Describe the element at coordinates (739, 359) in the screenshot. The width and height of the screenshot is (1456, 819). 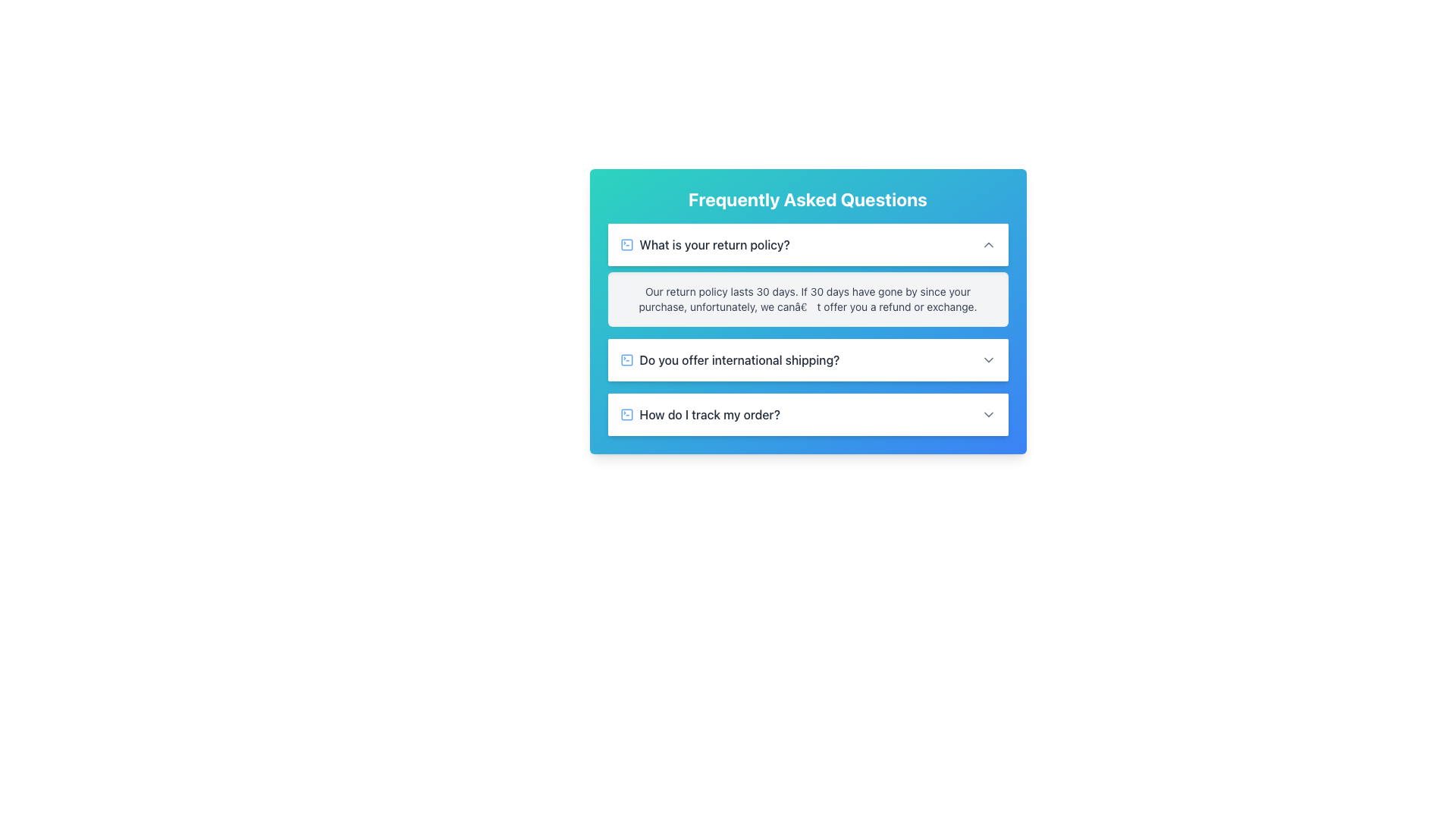
I see `the second FAQ header text element that follows a blue question icon, which is centrally positioned between the first and third FAQs` at that location.